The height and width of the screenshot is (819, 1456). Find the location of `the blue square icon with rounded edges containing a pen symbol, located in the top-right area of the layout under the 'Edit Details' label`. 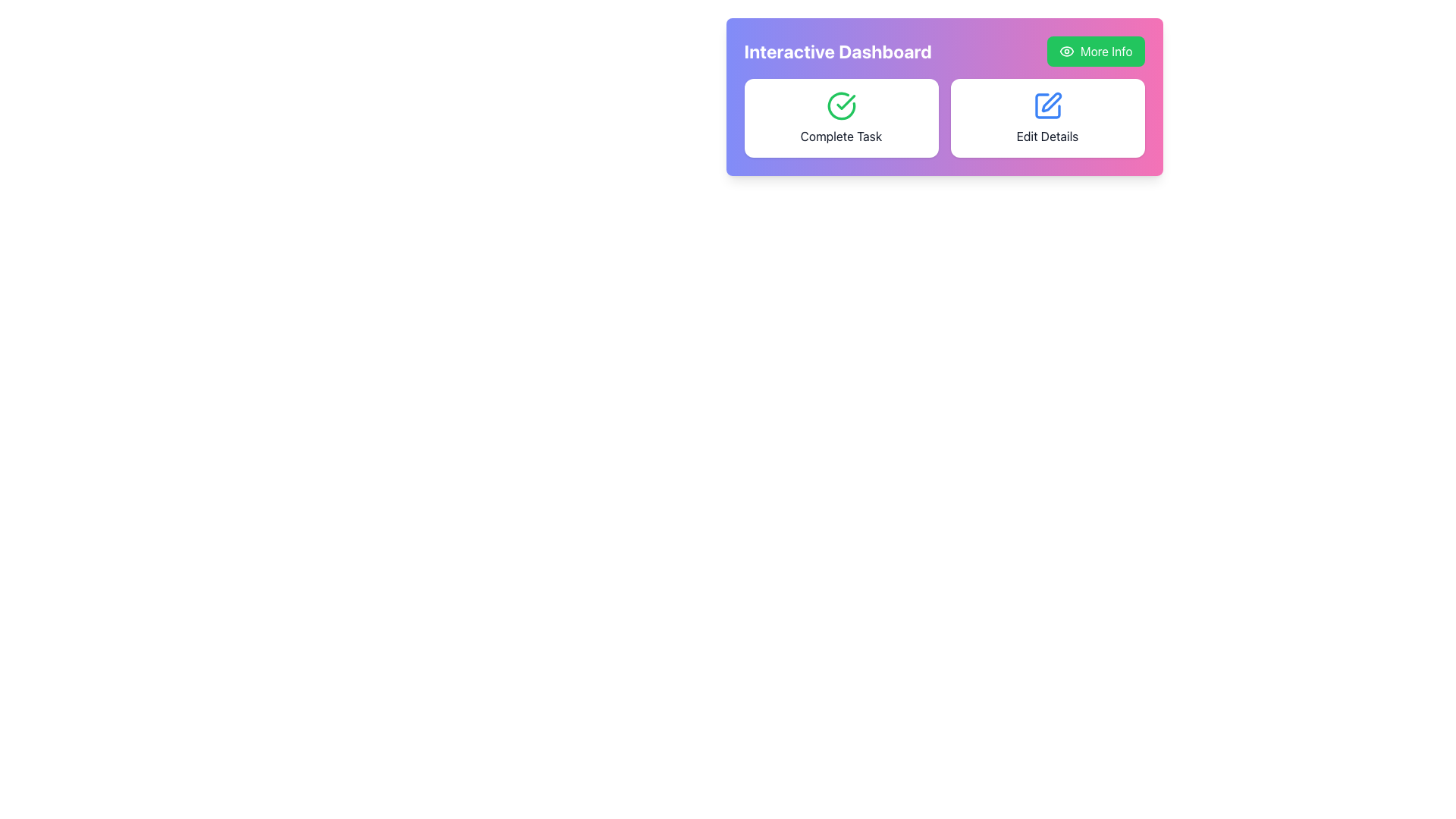

the blue square icon with rounded edges containing a pen symbol, located in the top-right area of the layout under the 'Edit Details' label is located at coordinates (1046, 105).